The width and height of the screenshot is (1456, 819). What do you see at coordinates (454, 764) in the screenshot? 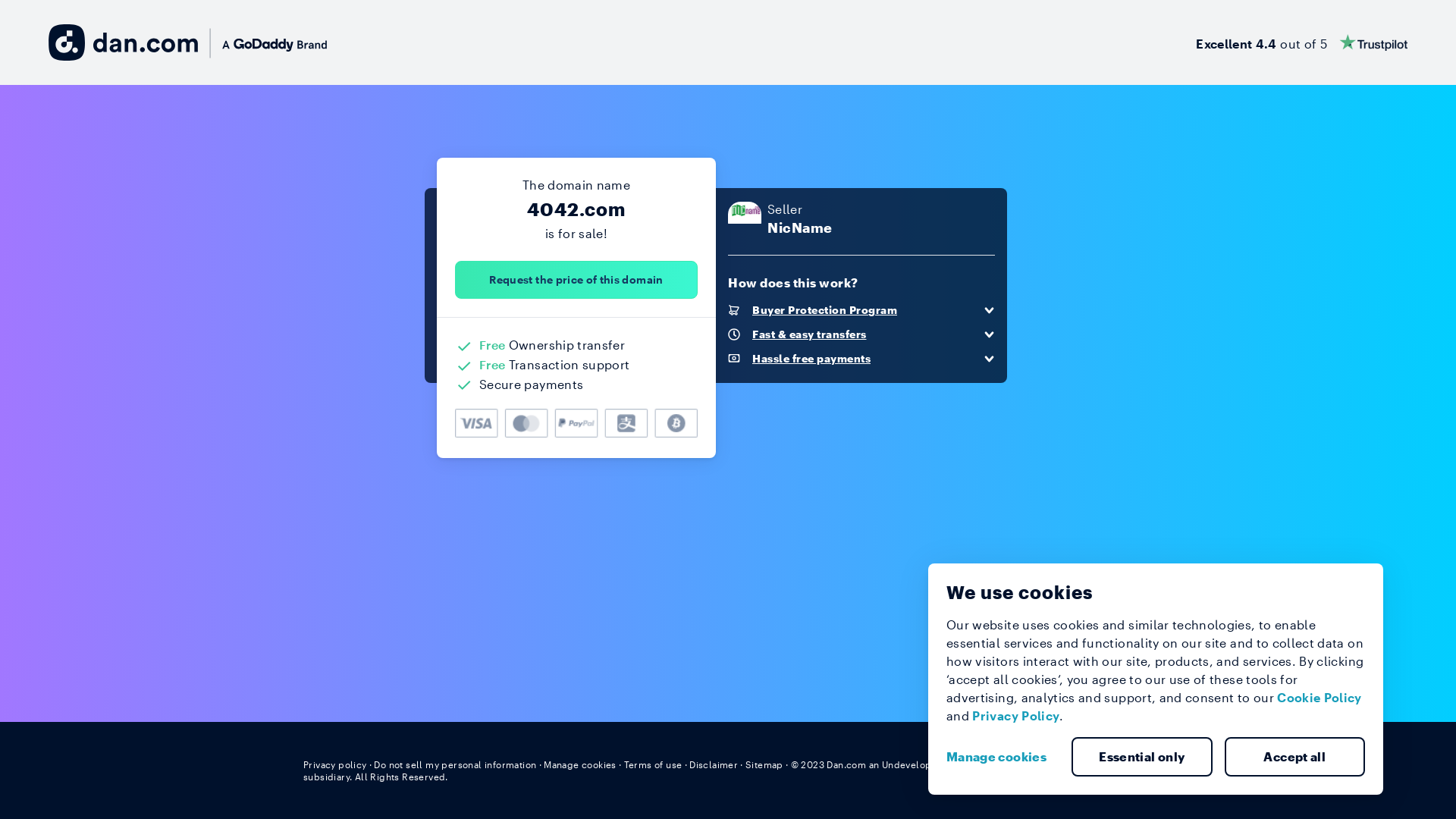
I see `'Do not sell my personal information'` at bounding box center [454, 764].